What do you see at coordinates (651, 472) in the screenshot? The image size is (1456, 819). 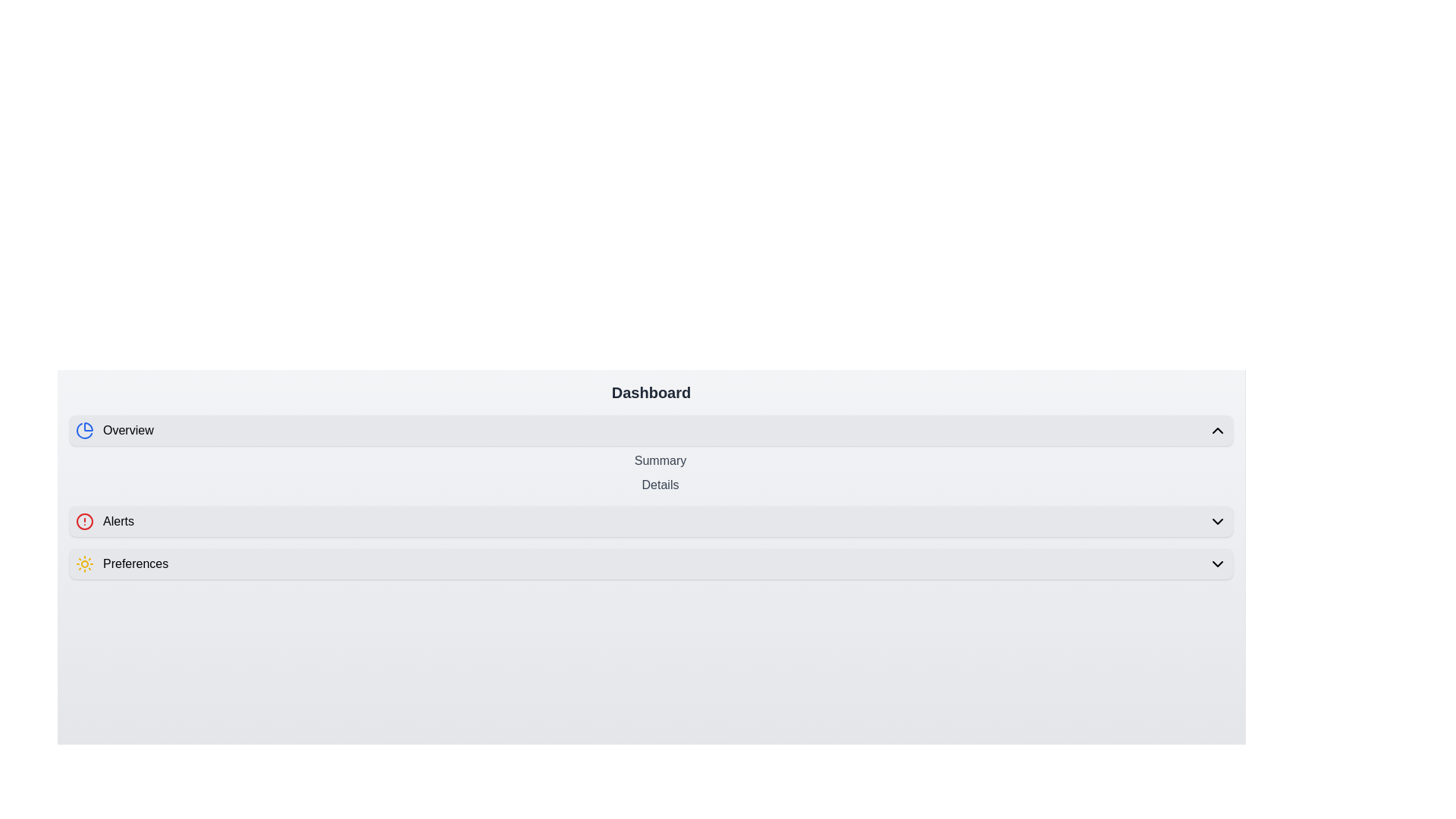 I see `text content of the Text group displaying 'Summary' and 'Details' located below the 'Overview' section and above the 'Alerts' section` at bounding box center [651, 472].